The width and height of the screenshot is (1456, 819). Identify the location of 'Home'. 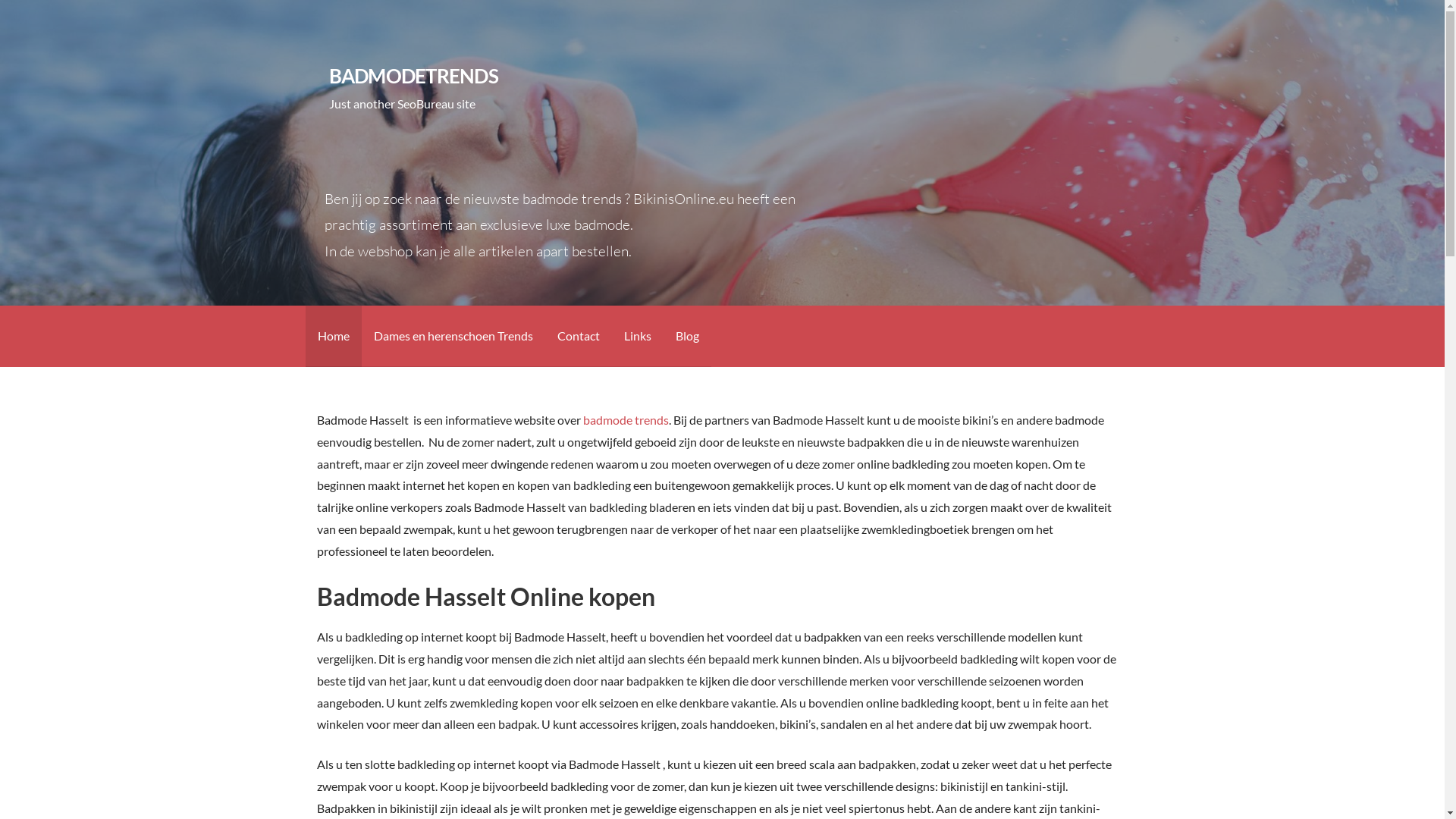
(331, 335).